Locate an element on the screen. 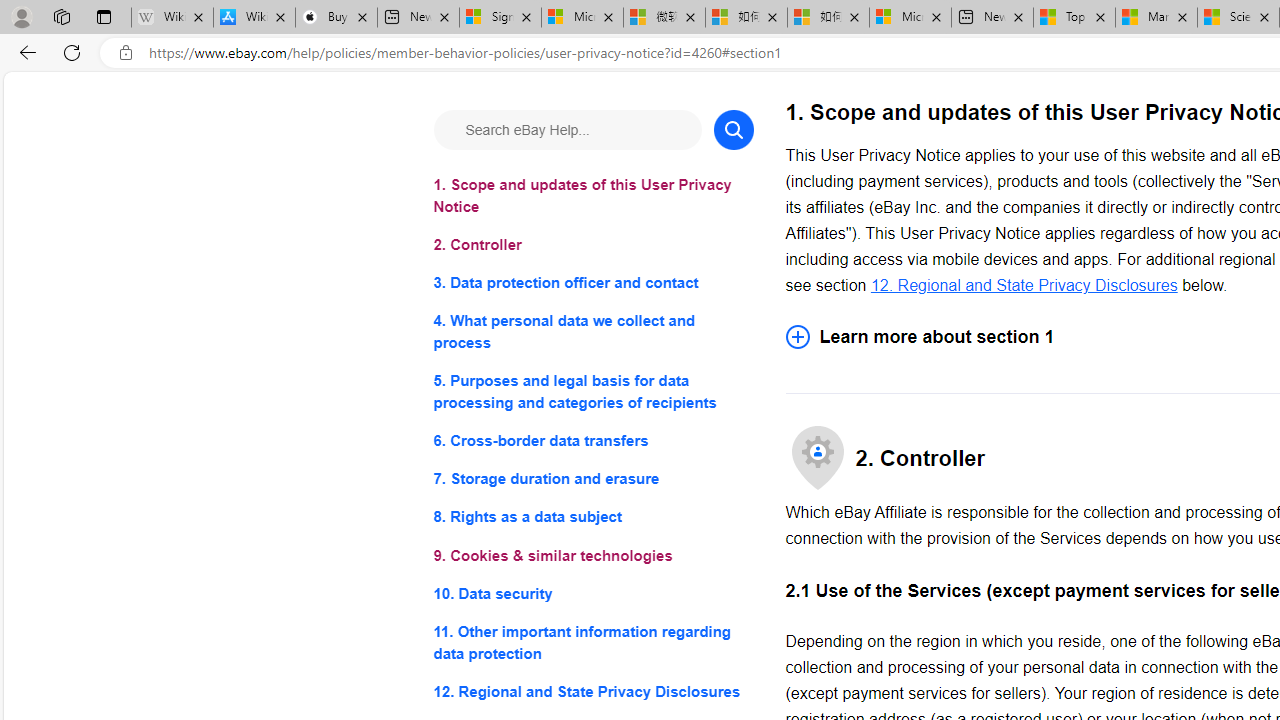 The width and height of the screenshot is (1280, 720). 'Wikipedia - Sleeping' is located at coordinates (172, 17).